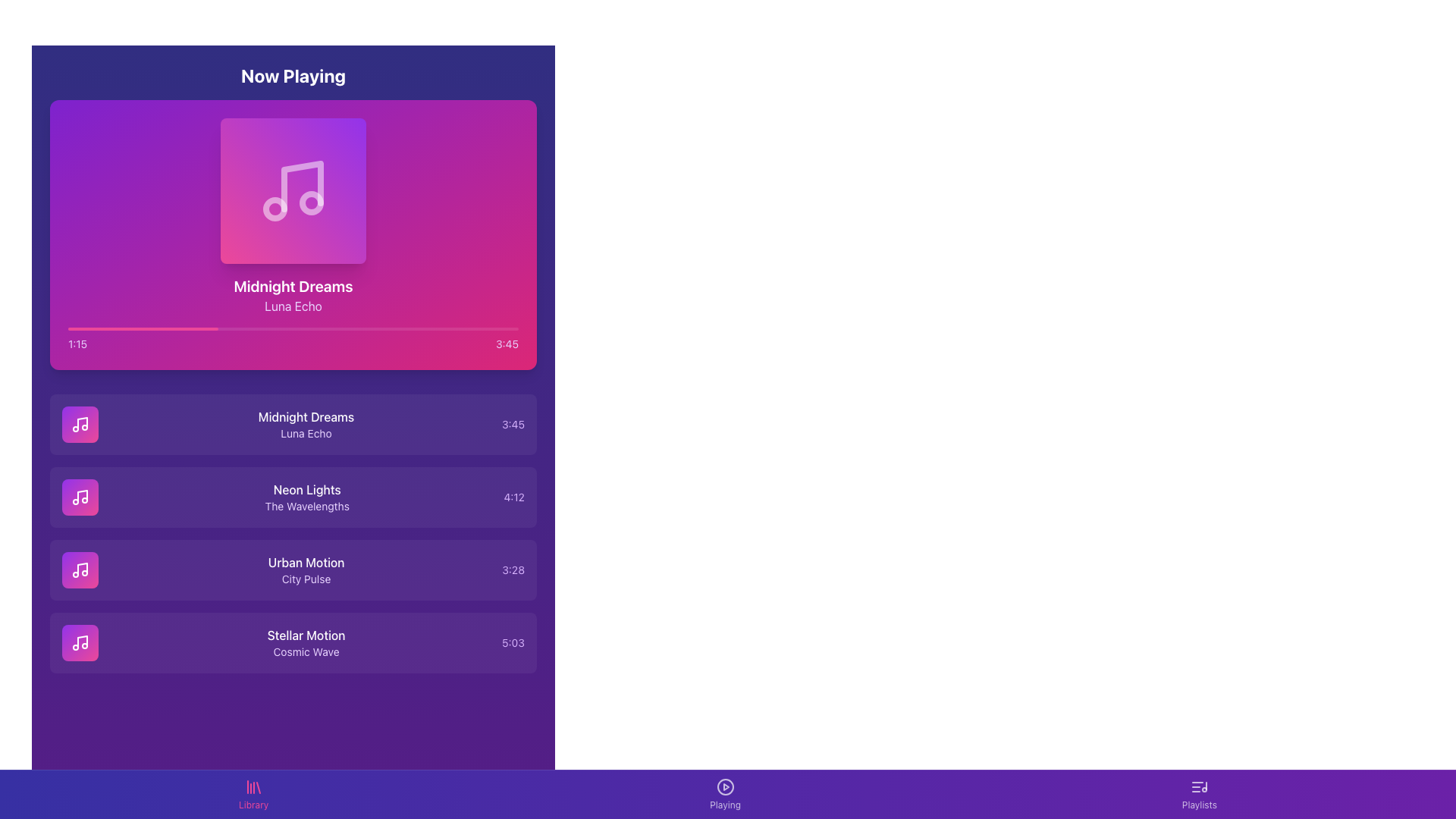 The width and height of the screenshot is (1456, 819). I want to click on the Navigation button with a pink icon resembling stacked books and the label 'Library', so click(253, 794).